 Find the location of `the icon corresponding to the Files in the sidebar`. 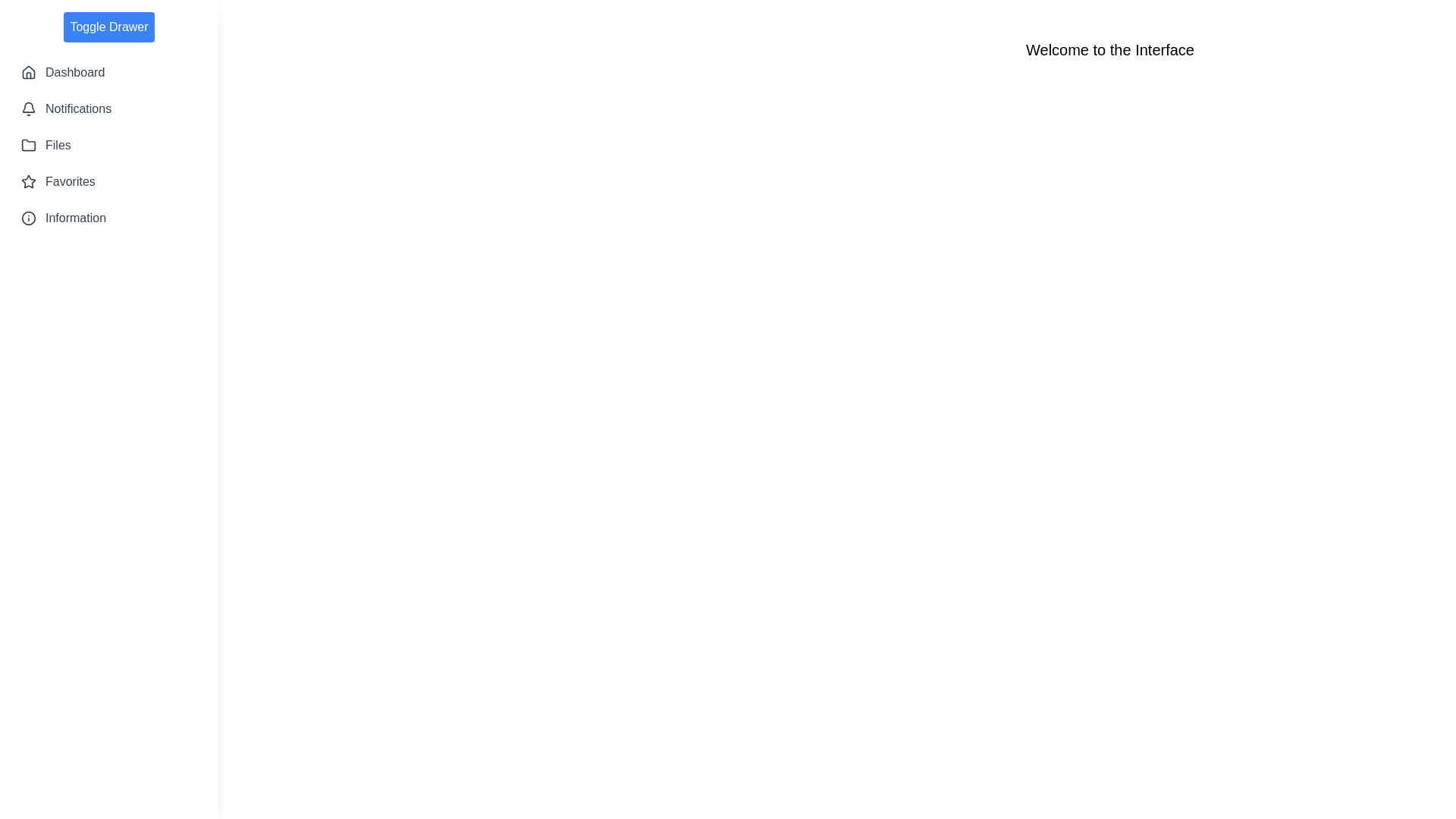

the icon corresponding to the Files in the sidebar is located at coordinates (29, 146).